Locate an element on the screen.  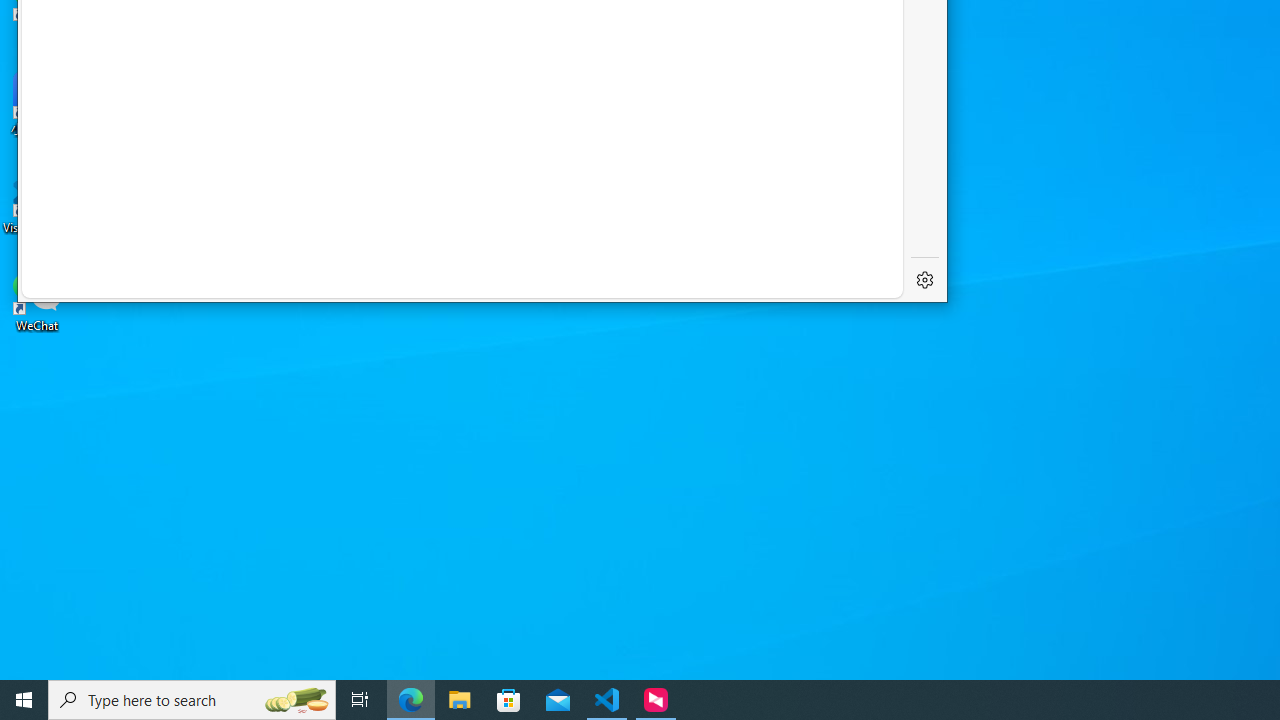
'Start' is located at coordinates (24, 698).